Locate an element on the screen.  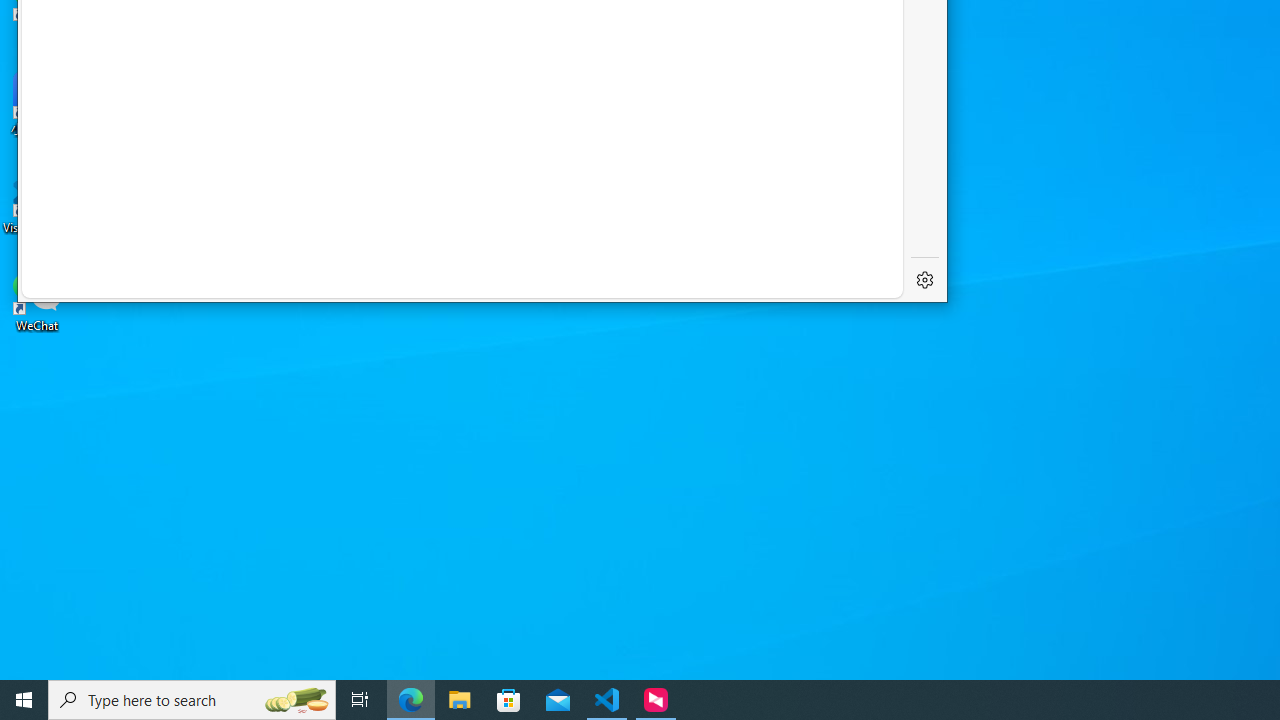
'Start' is located at coordinates (24, 698).